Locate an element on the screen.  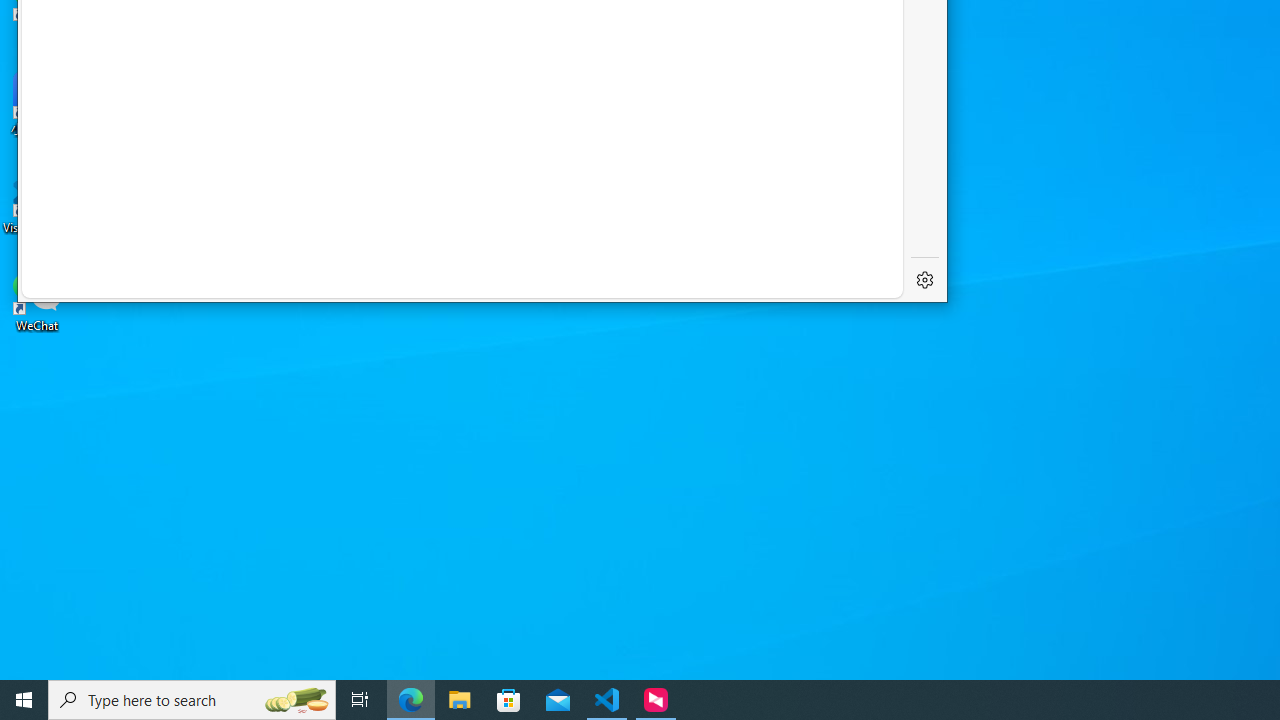
'Start' is located at coordinates (24, 698).